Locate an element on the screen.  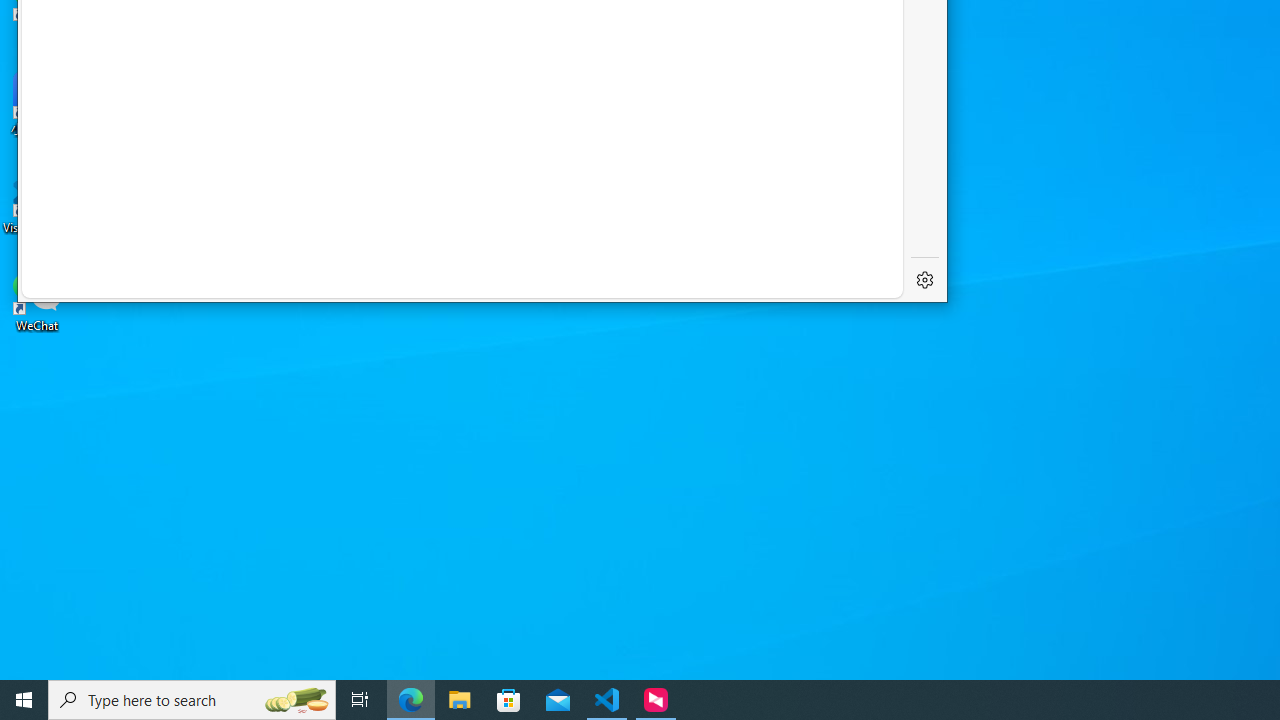
'Start' is located at coordinates (24, 698).